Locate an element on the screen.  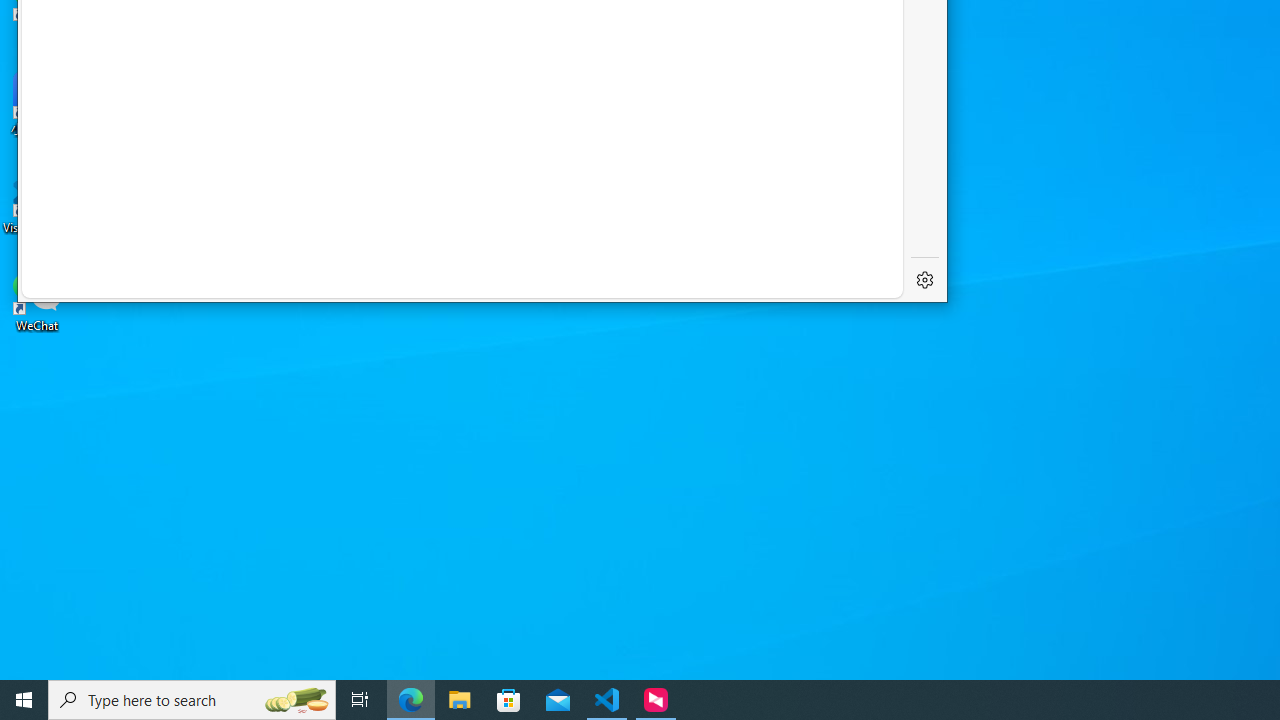
'Start' is located at coordinates (24, 698).